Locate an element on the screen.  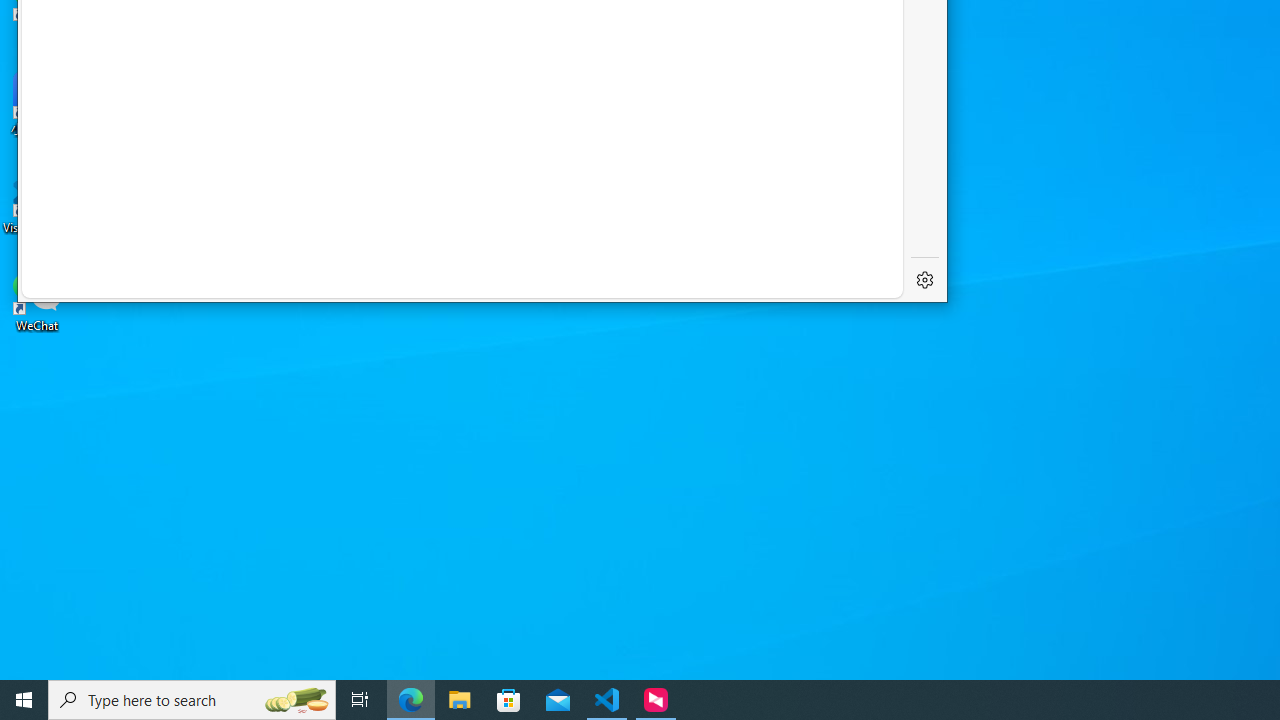
'Start' is located at coordinates (24, 698).